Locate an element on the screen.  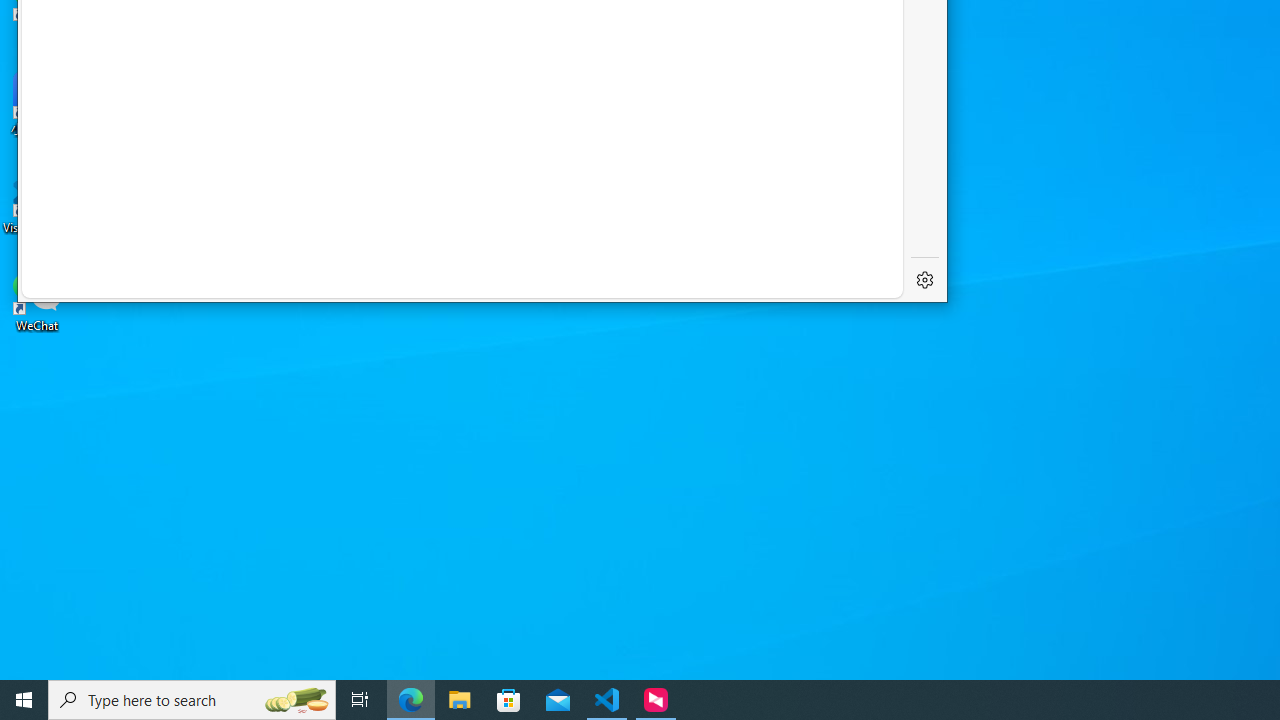
'Start' is located at coordinates (24, 698).